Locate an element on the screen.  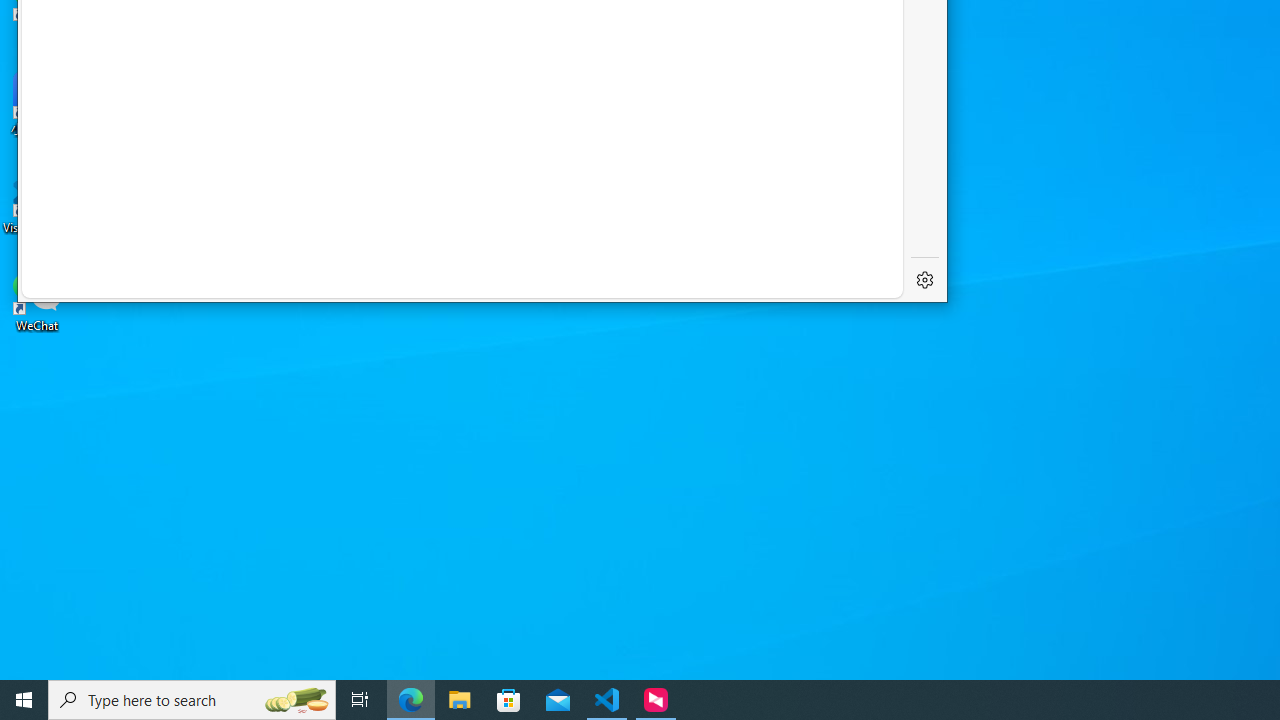
'Start' is located at coordinates (24, 698).